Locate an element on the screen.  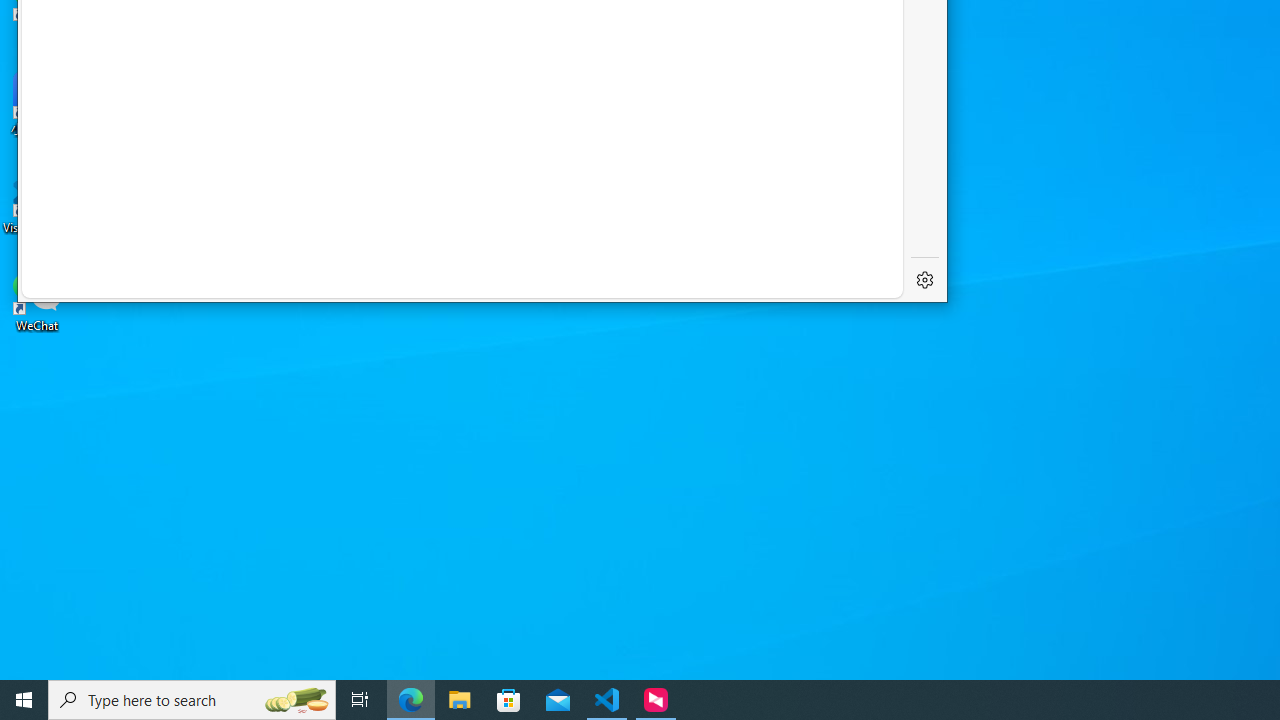
'Start' is located at coordinates (24, 698).